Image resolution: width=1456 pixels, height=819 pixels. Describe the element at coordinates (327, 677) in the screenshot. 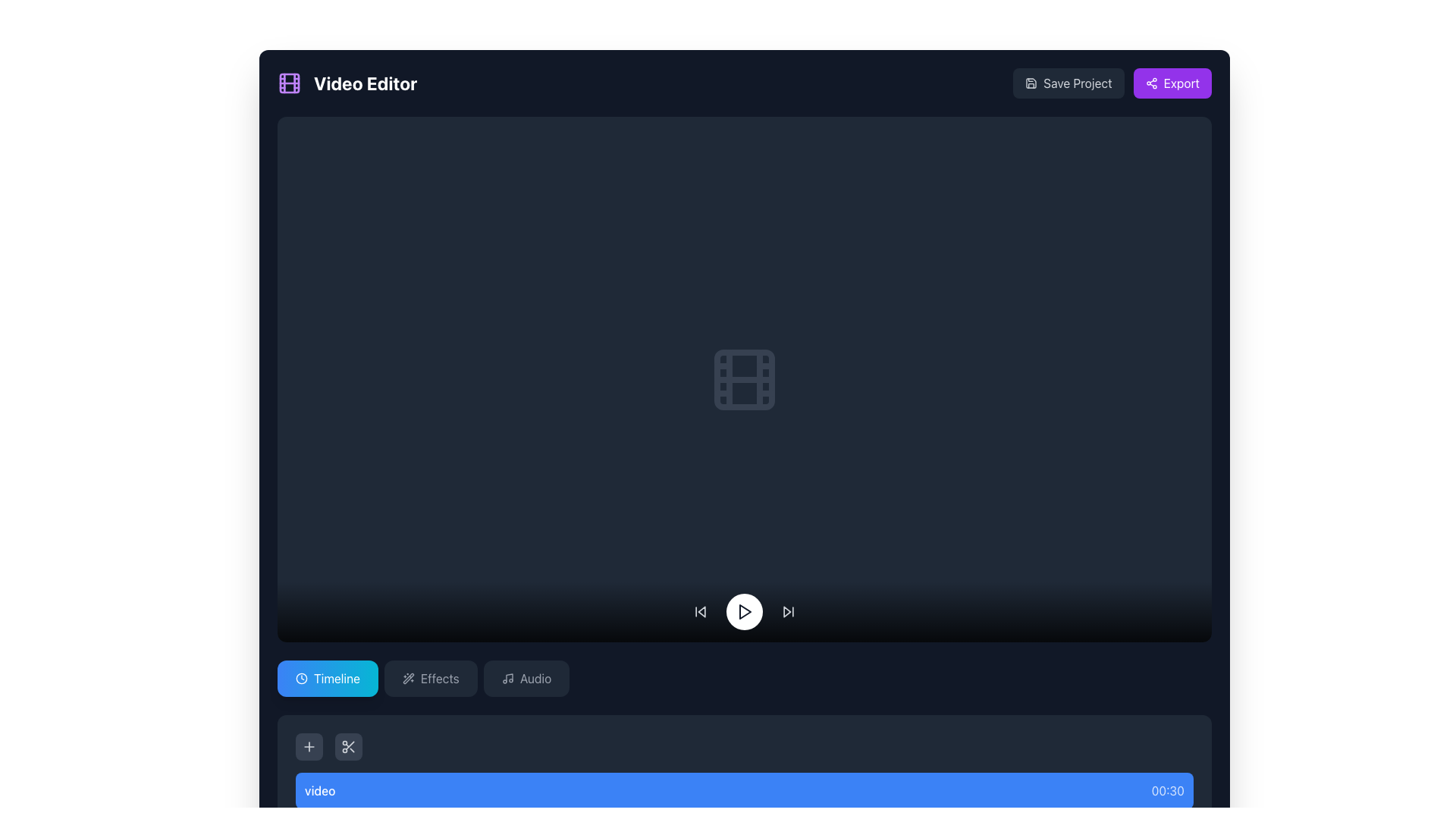

I see `the 'Timeline' button located at the bottom-left portion of the interface` at that location.